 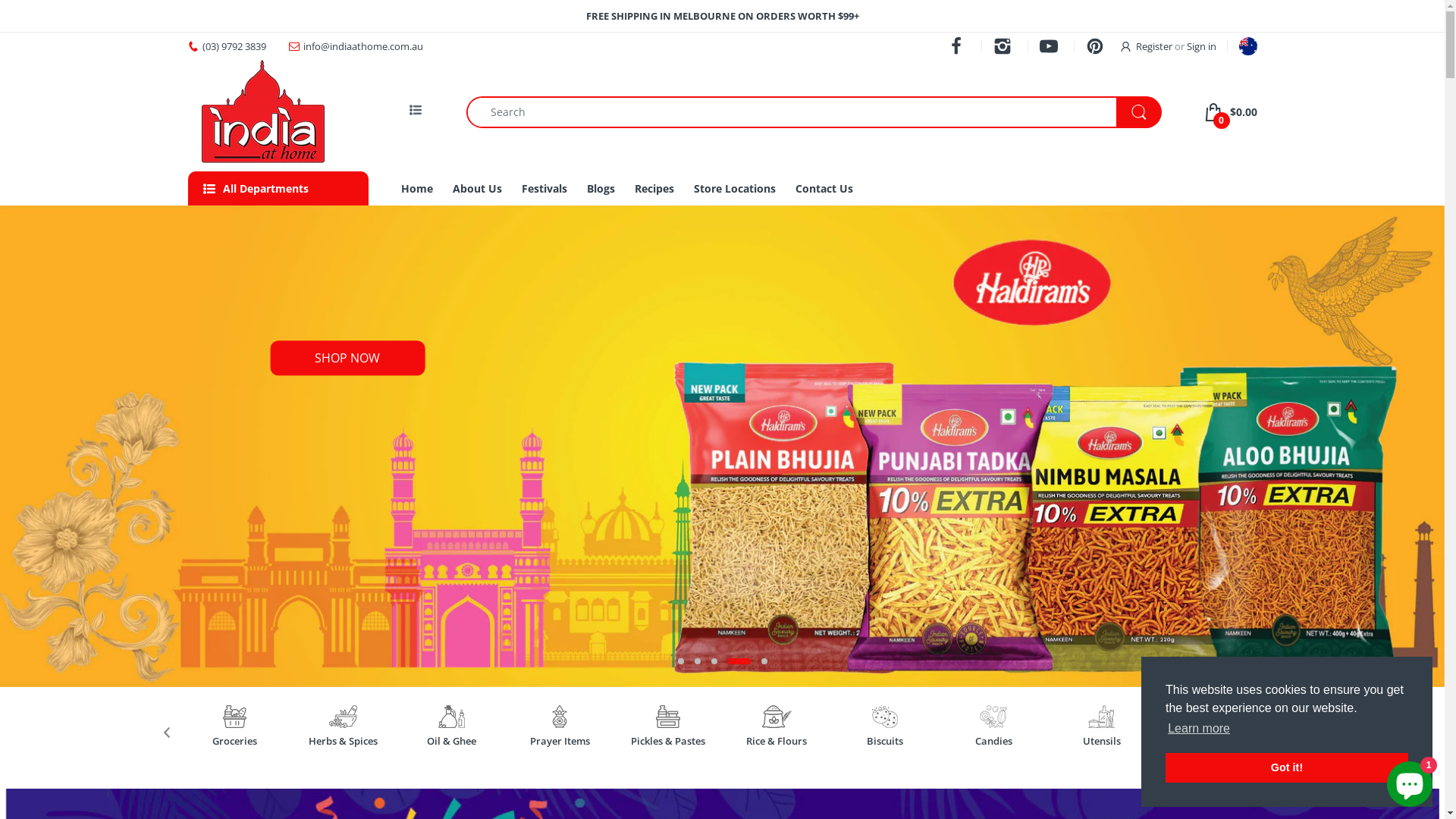 What do you see at coordinates (735, 187) in the screenshot?
I see `'Store Locations'` at bounding box center [735, 187].